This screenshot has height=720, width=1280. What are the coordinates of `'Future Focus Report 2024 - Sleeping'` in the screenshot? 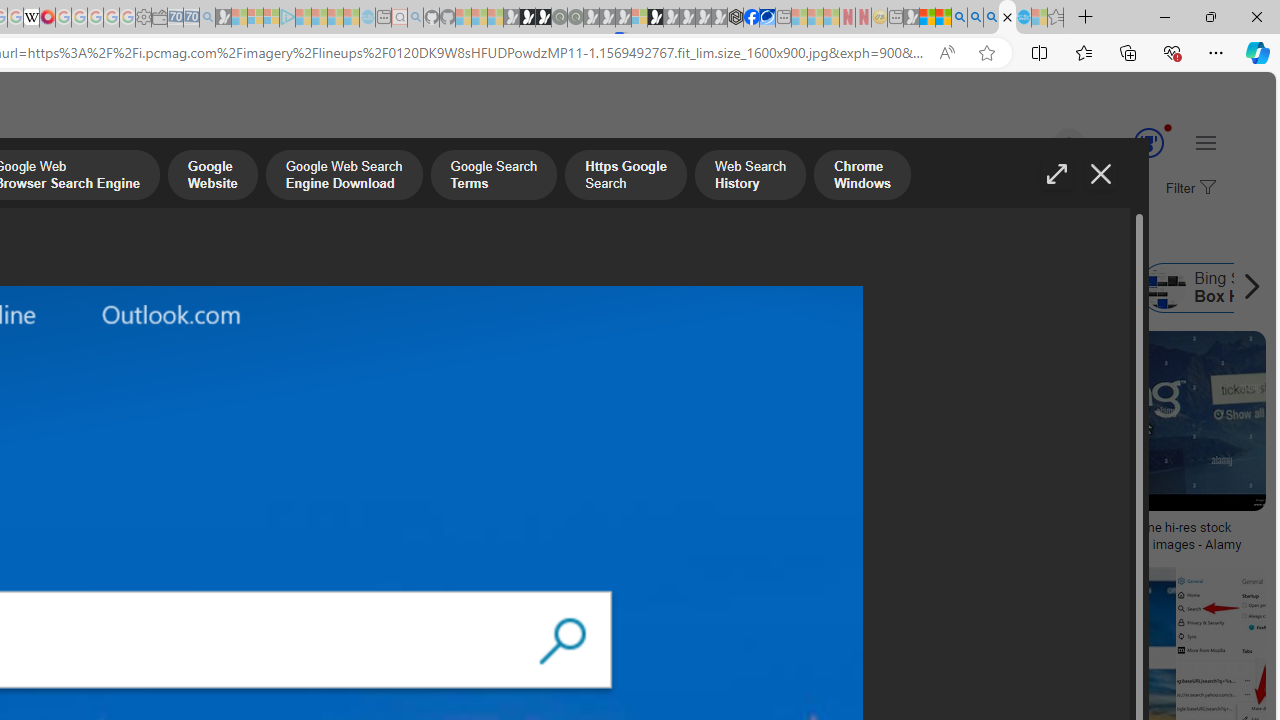 It's located at (574, 17).